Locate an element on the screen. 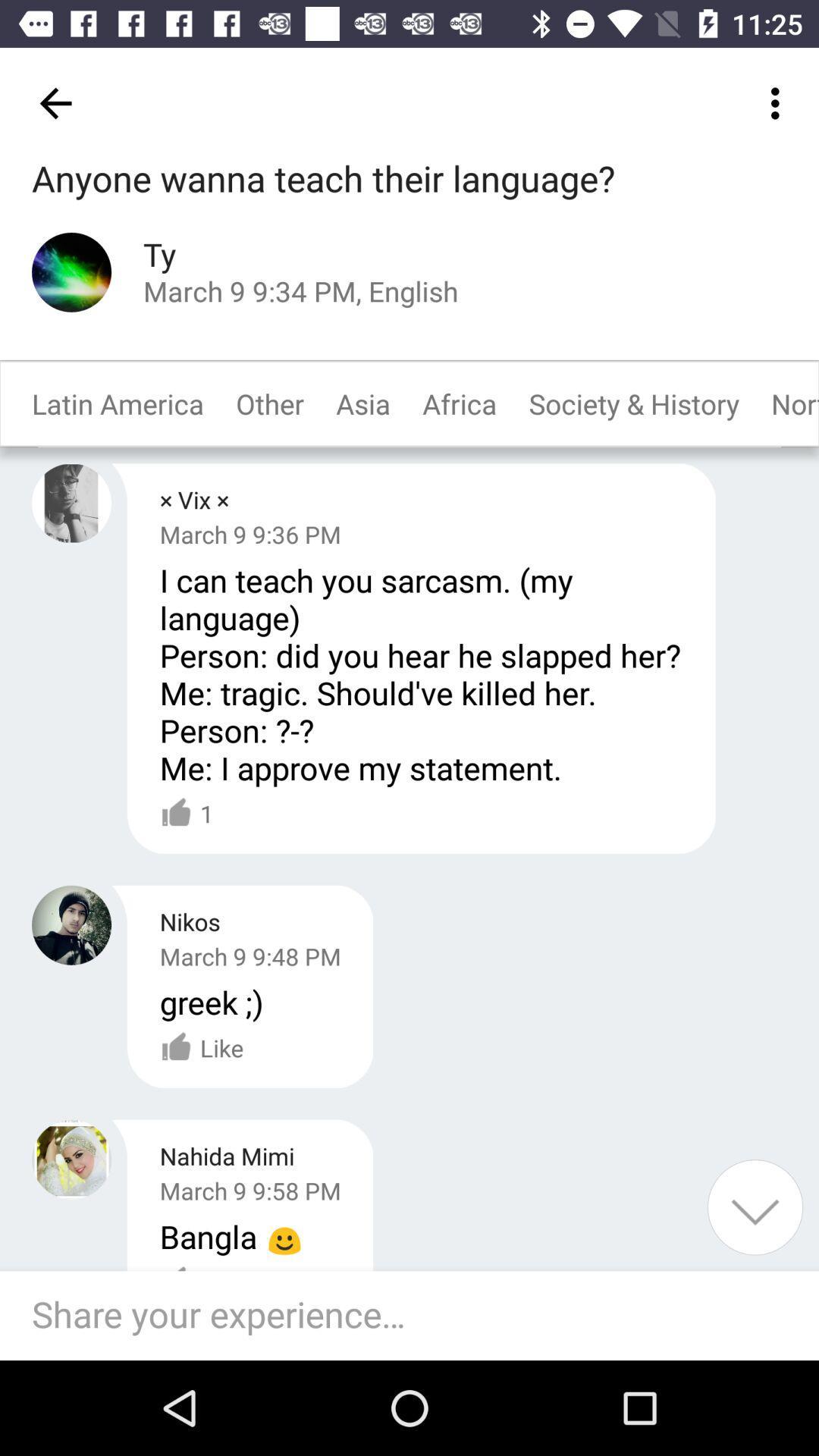 The width and height of the screenshot is (819, 1456). scroll down to the bottom is located at coordinates (755, 1207).